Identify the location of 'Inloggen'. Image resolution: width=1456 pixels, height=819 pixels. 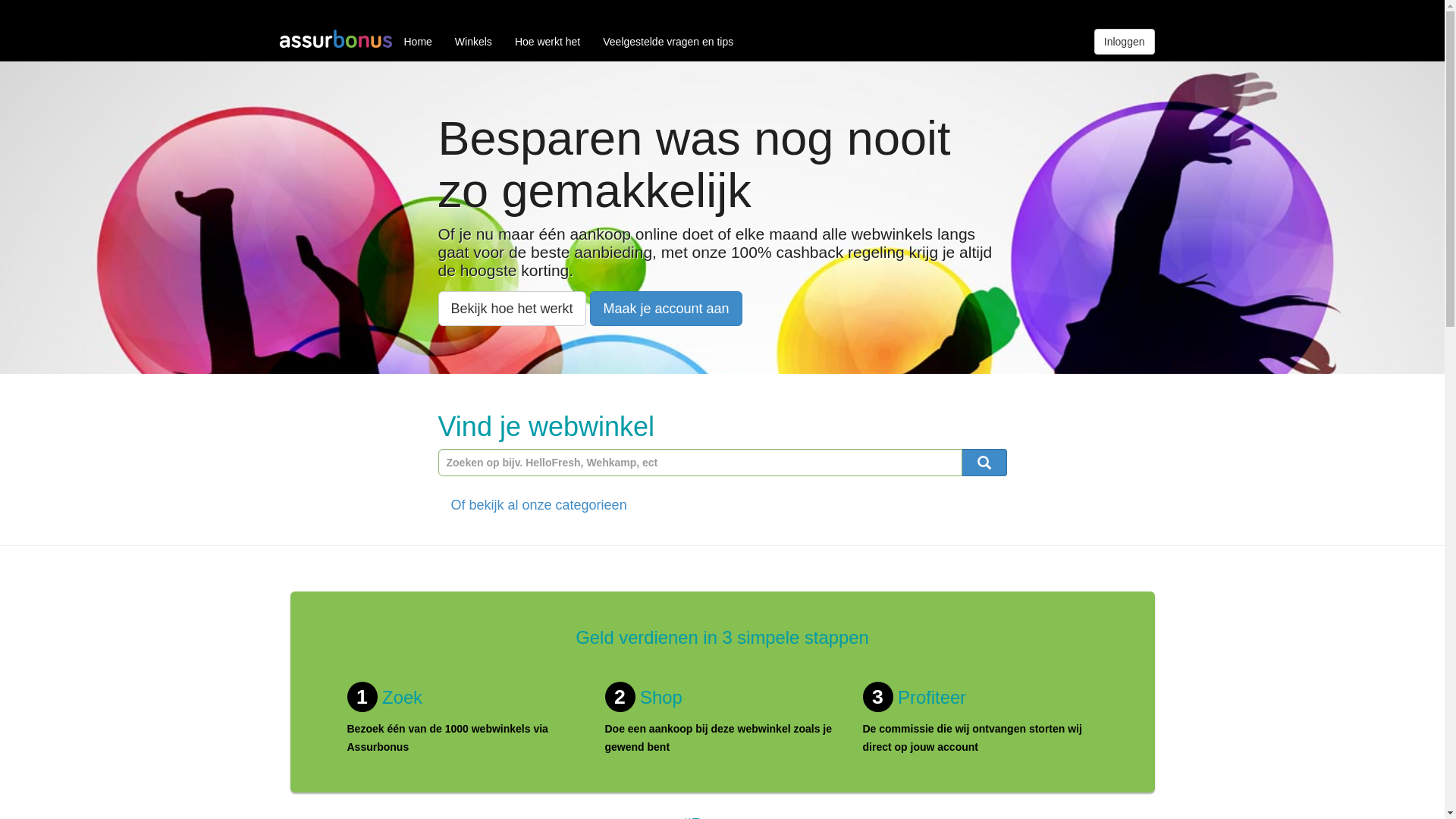
(1125, 40).